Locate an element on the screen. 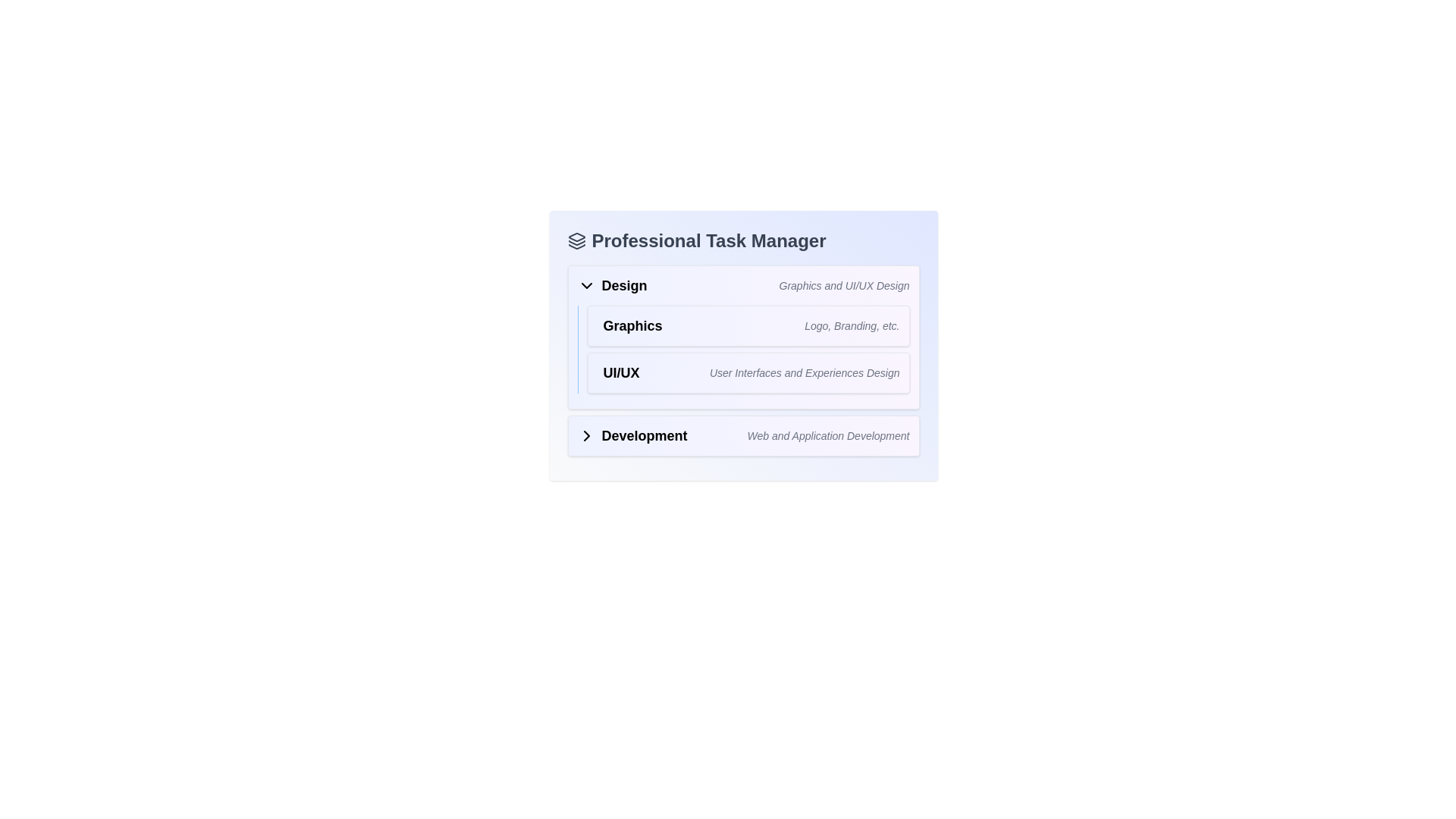  the 'UI/UX' label in the 'Graphics' section under the 'Design' category, which provides a descriptive label for a design-related subcategory is located at coordinates (748, 373).